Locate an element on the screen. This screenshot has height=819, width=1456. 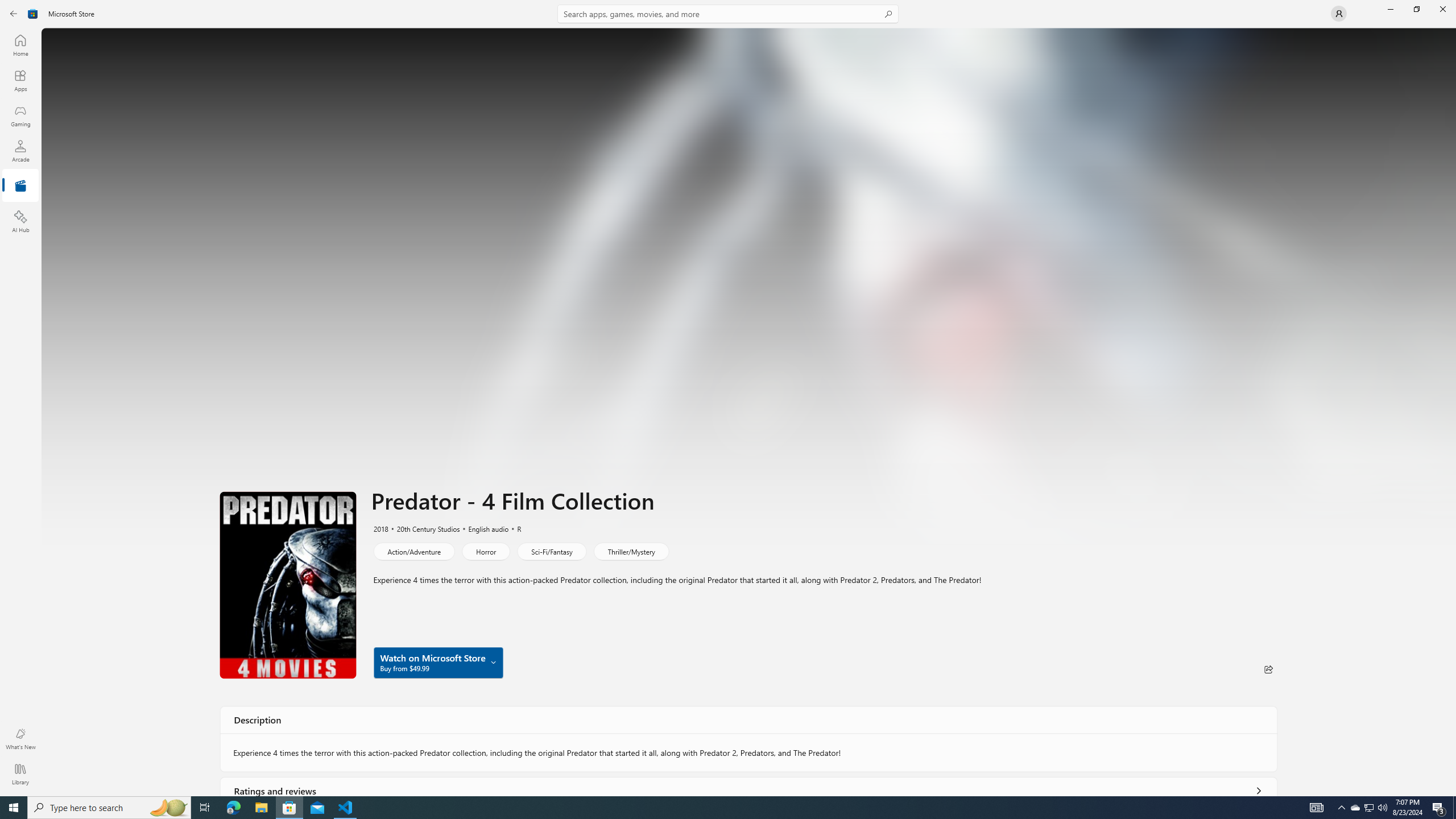
'R' is located at coordinates (513, 527).